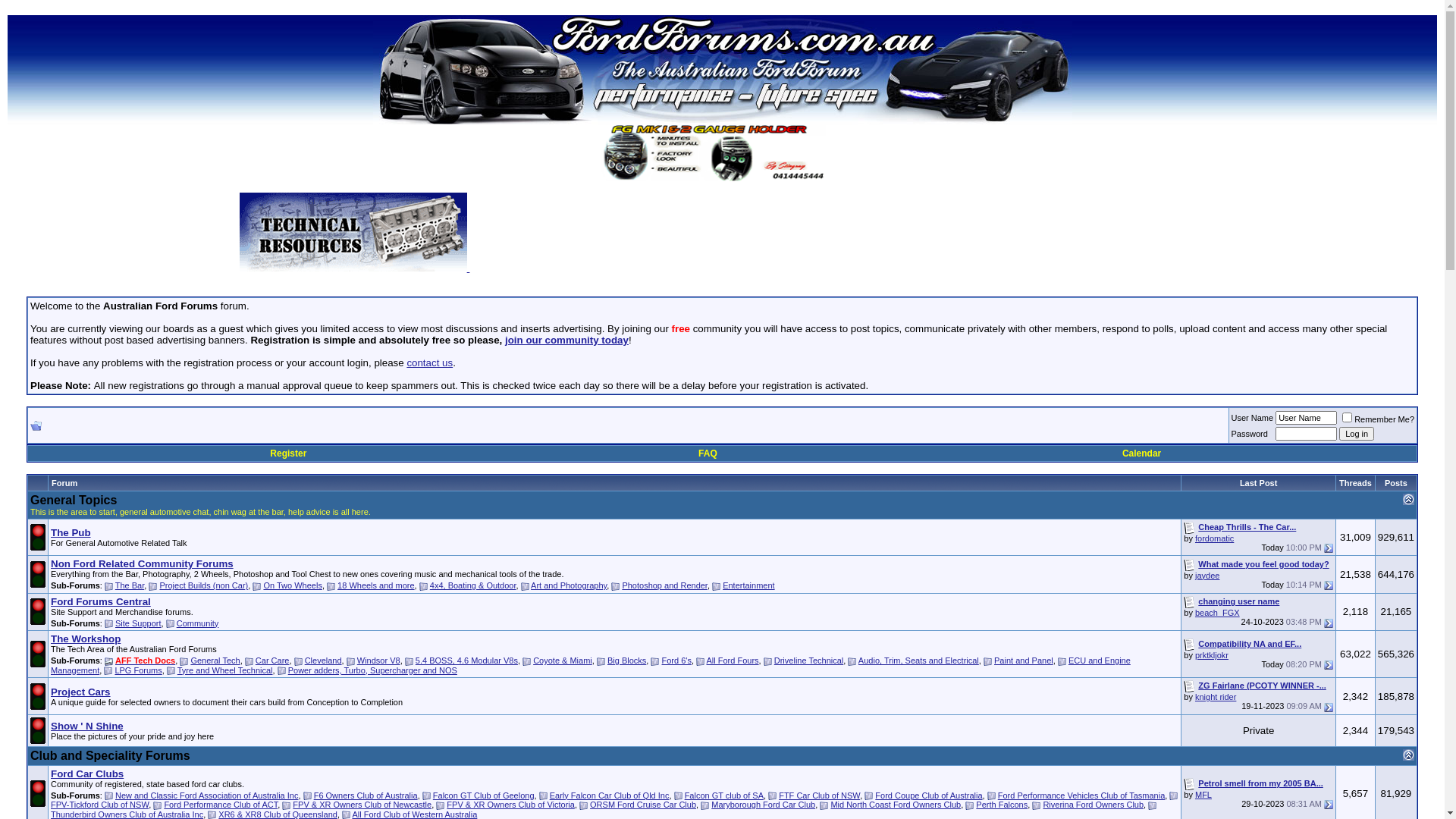 This screenshot has height=819, width=1456. What do you see at coordinates (145, 660) in the screenshot?
I see `'AFF Tech Docs'` at bounding box center [145, 660].